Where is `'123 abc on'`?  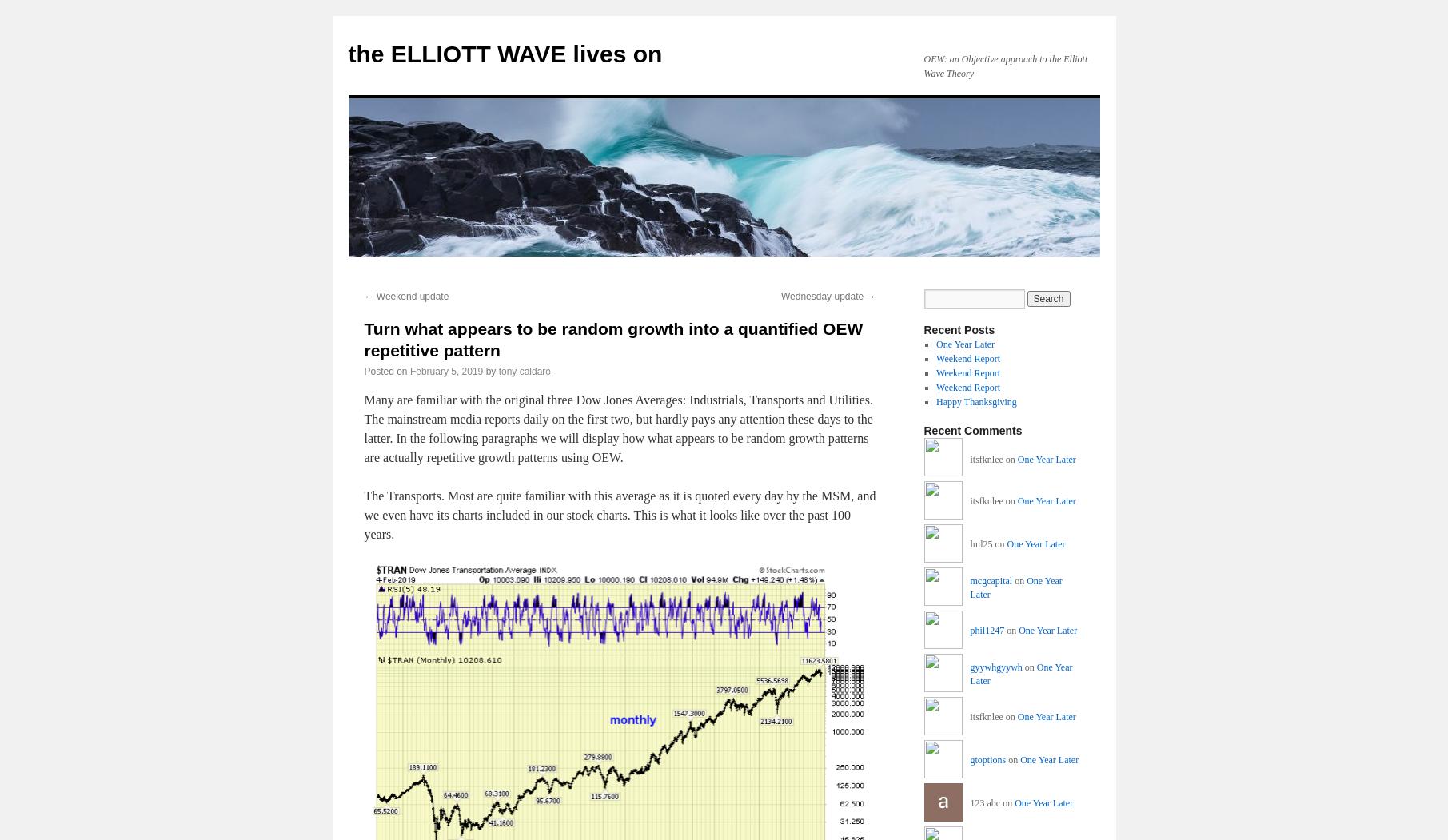 '123 abc on' is located at coordinates (992, 802).